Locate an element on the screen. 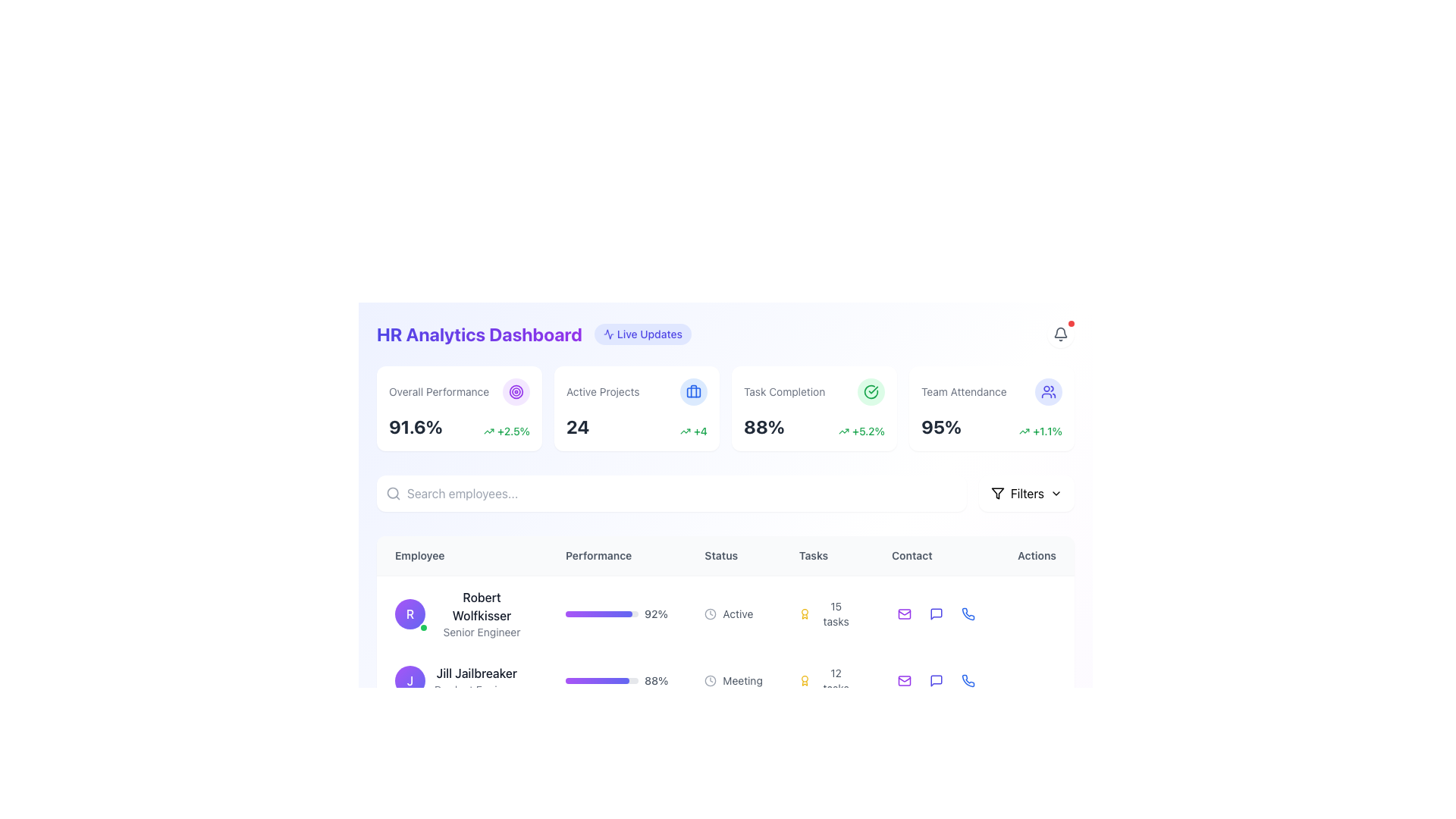 Image resolution: width=1456 pixels, height=819 pixels. text label that serves as a header for the performance metric displayed below it, providing context to the adjacent visual information is located at coordinates (438, 391).